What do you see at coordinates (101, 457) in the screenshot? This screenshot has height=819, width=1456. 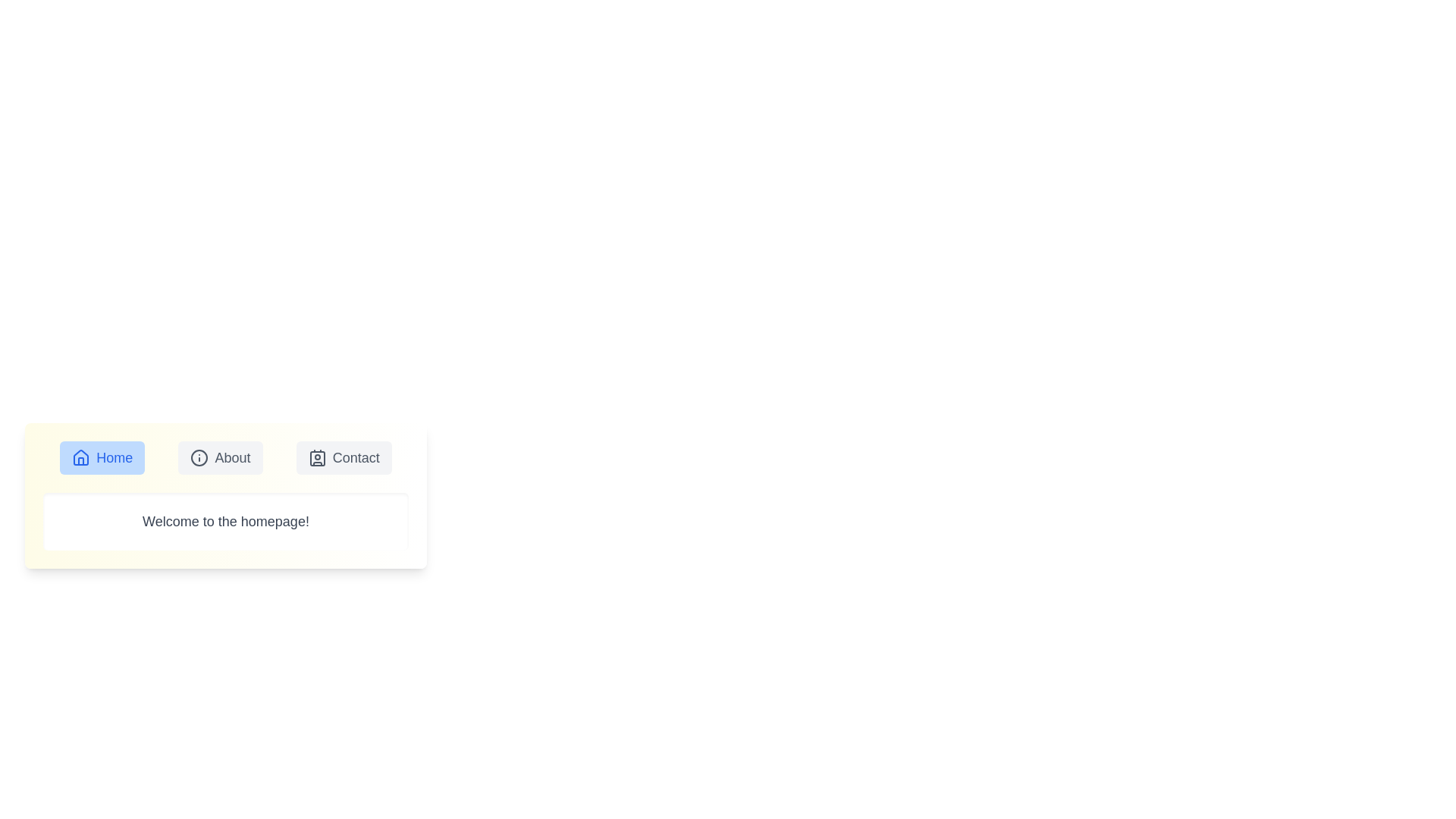 I see `the Home tab by clicking on its button` at bounding box center [101, 457].